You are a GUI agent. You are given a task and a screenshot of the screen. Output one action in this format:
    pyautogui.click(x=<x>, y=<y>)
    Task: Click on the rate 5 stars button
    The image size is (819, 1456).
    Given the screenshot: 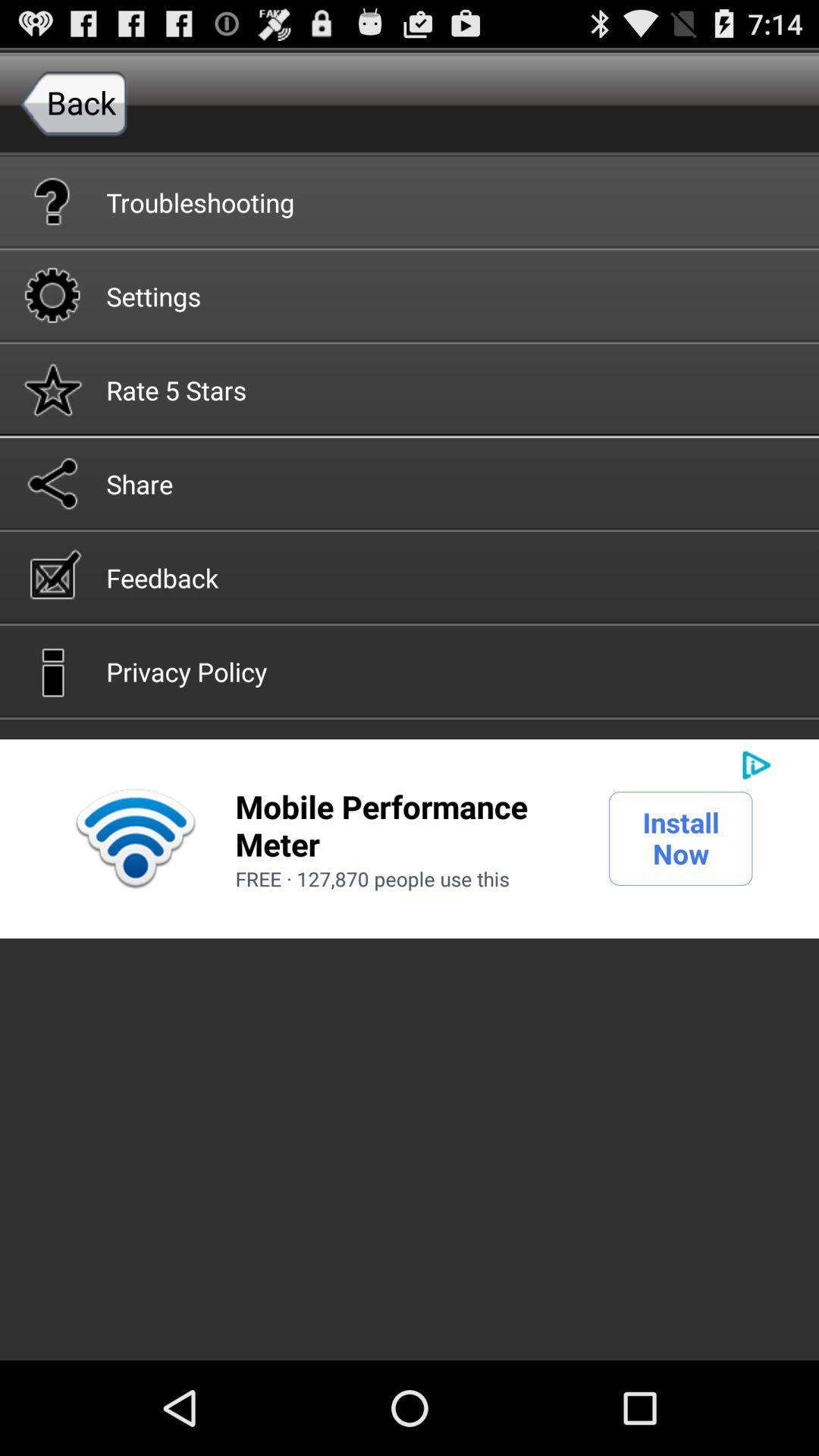 What is the action you would take?
    pyautogui.click(x=409, y=389)
    